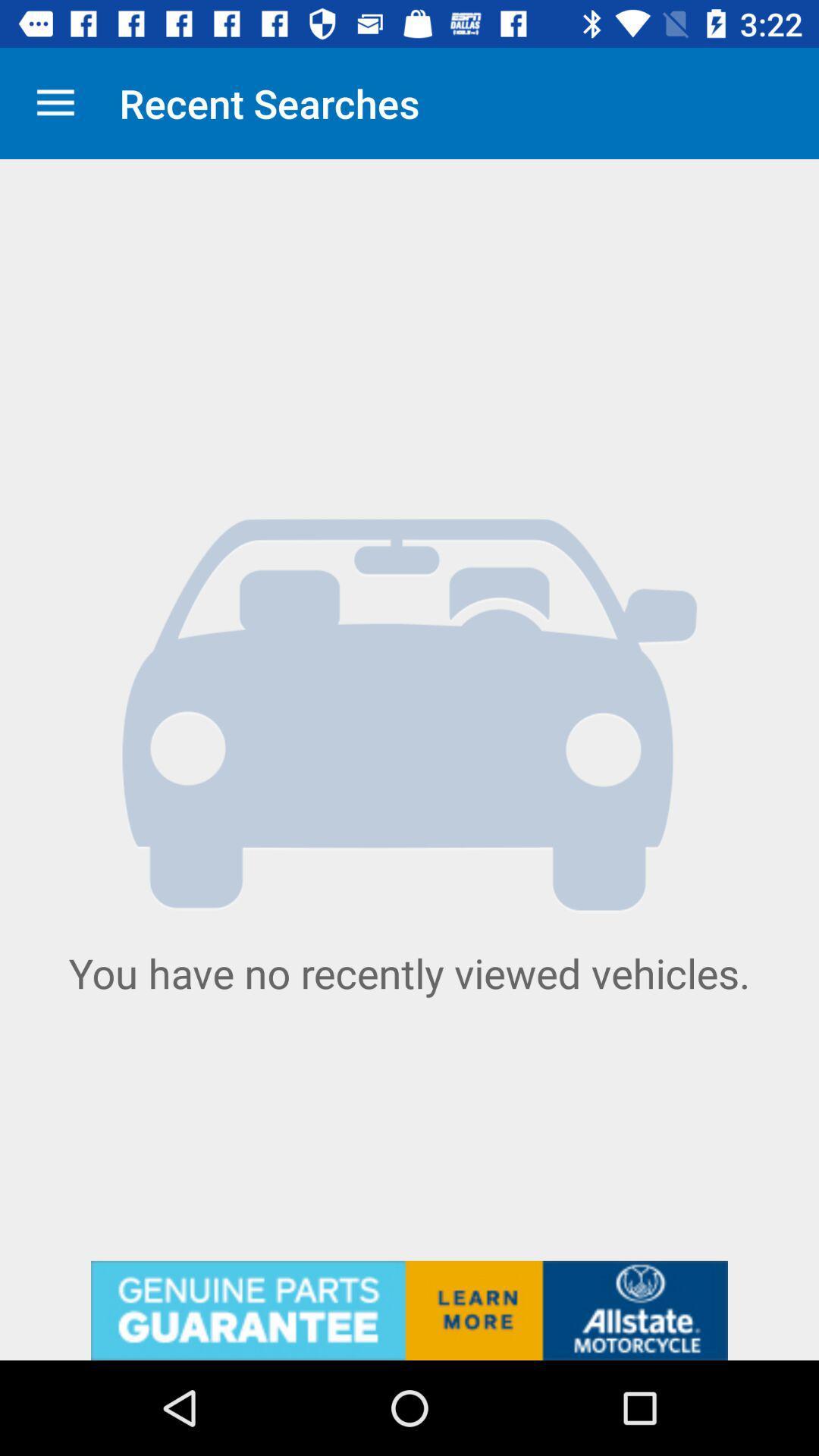 The image size is (819, 1456). What do you see at coordinates (409, 1310) in the screenshot?
I see `announcement` at bounding box center [409, 1310].